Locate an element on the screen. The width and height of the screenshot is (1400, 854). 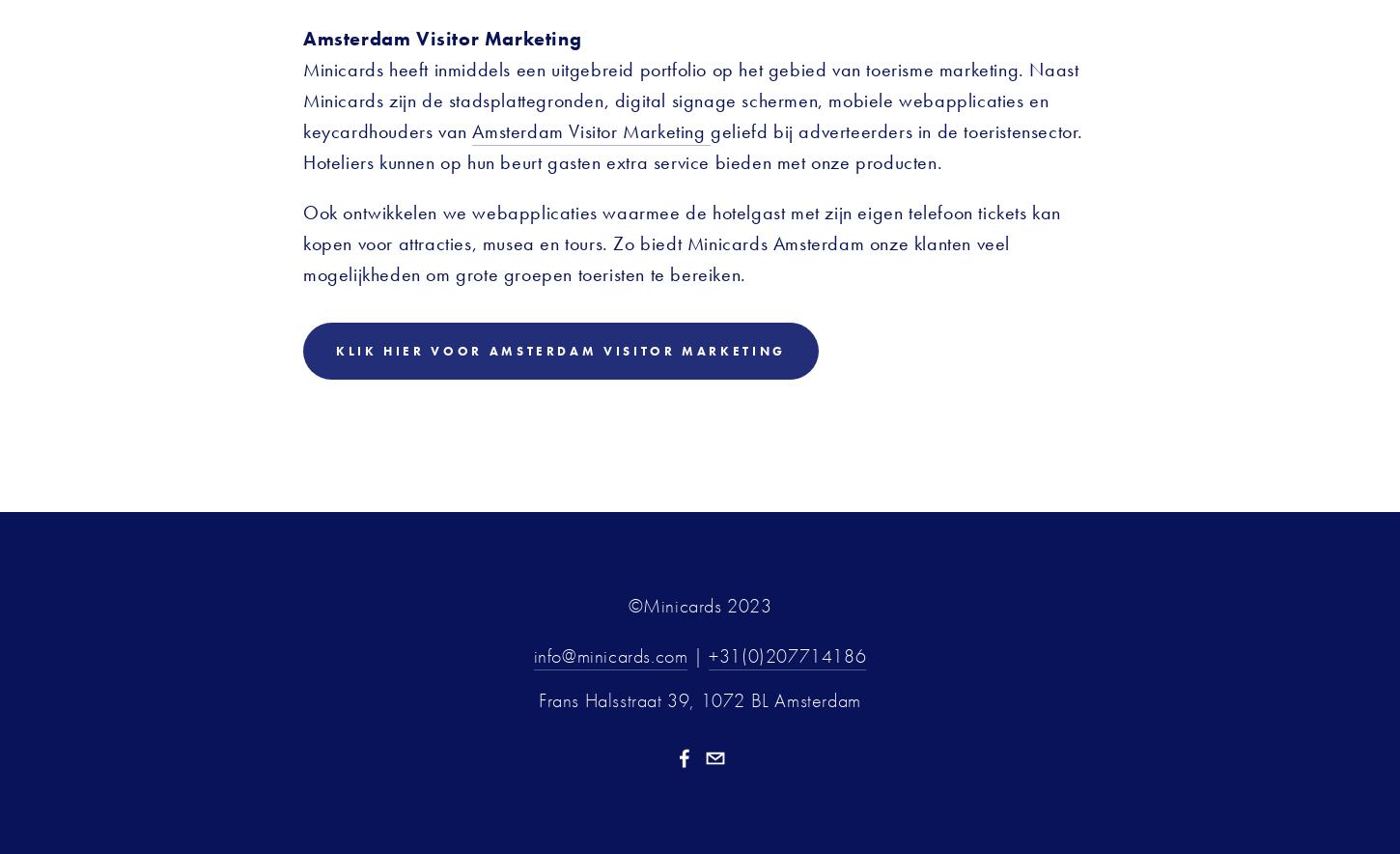
'klik hier voor Amsterdam Visitor Marketing' is located at coordinates (560, 349).